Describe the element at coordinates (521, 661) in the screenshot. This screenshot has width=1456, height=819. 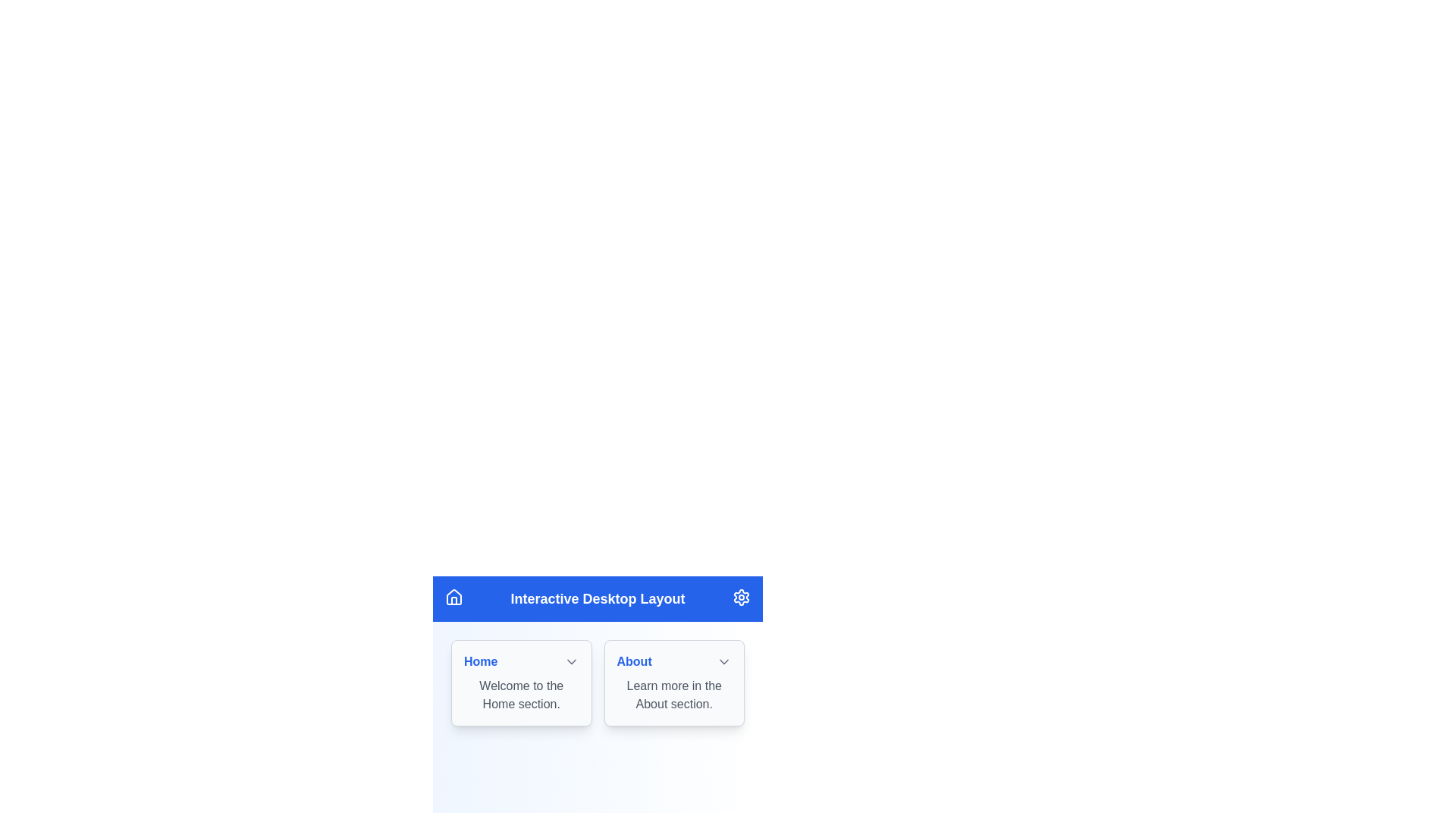
I see `the 'Home' clickable label with a dropdown indicator` at that location.